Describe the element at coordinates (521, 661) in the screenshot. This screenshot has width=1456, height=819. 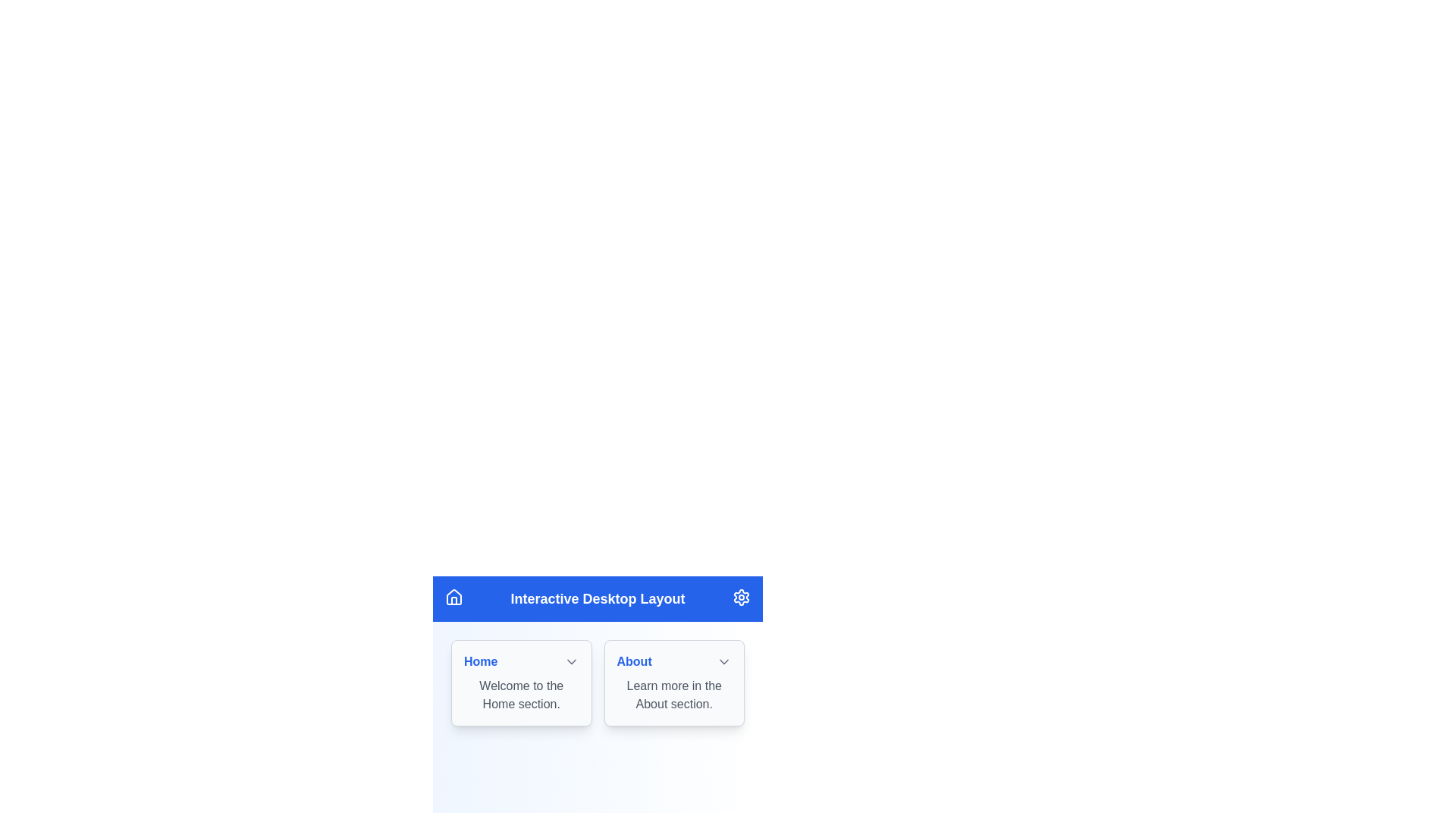
I see `the 'Home' clickable label with a dropdown indicator` at that location.